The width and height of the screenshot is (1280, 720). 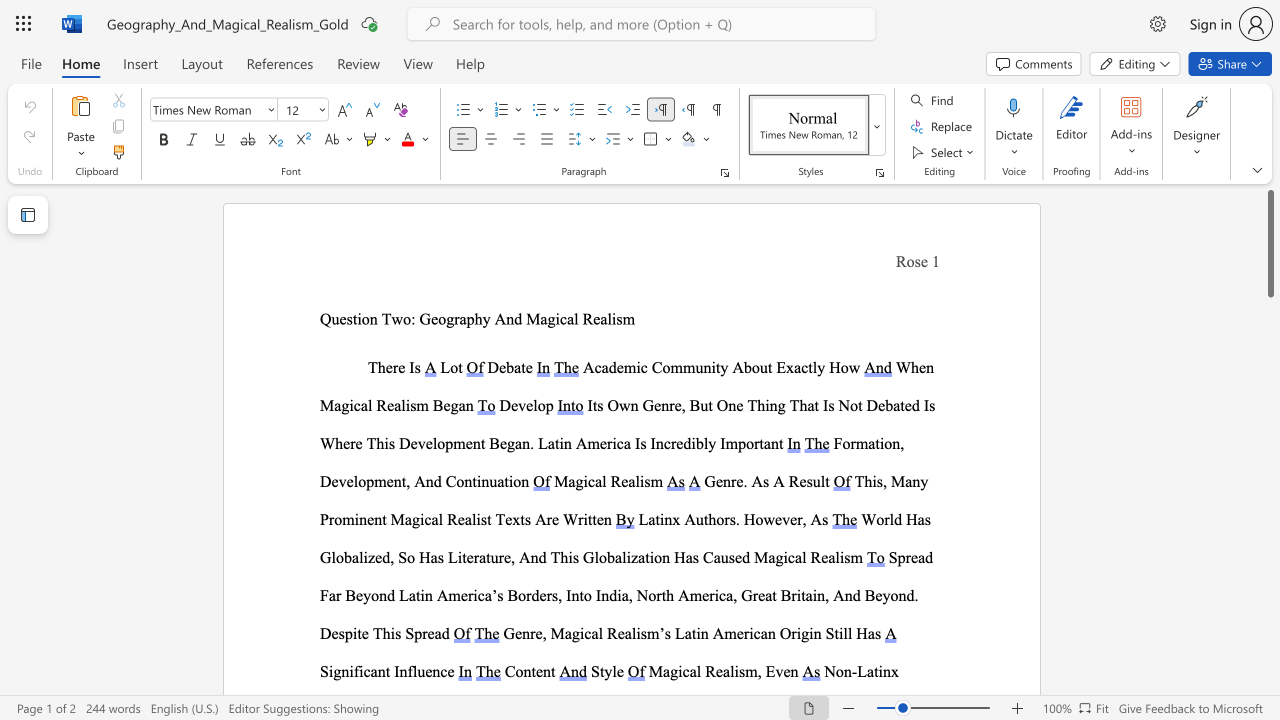 I want to click on the scrollbar to adjust the page downward, so click(x=1269, y=370).